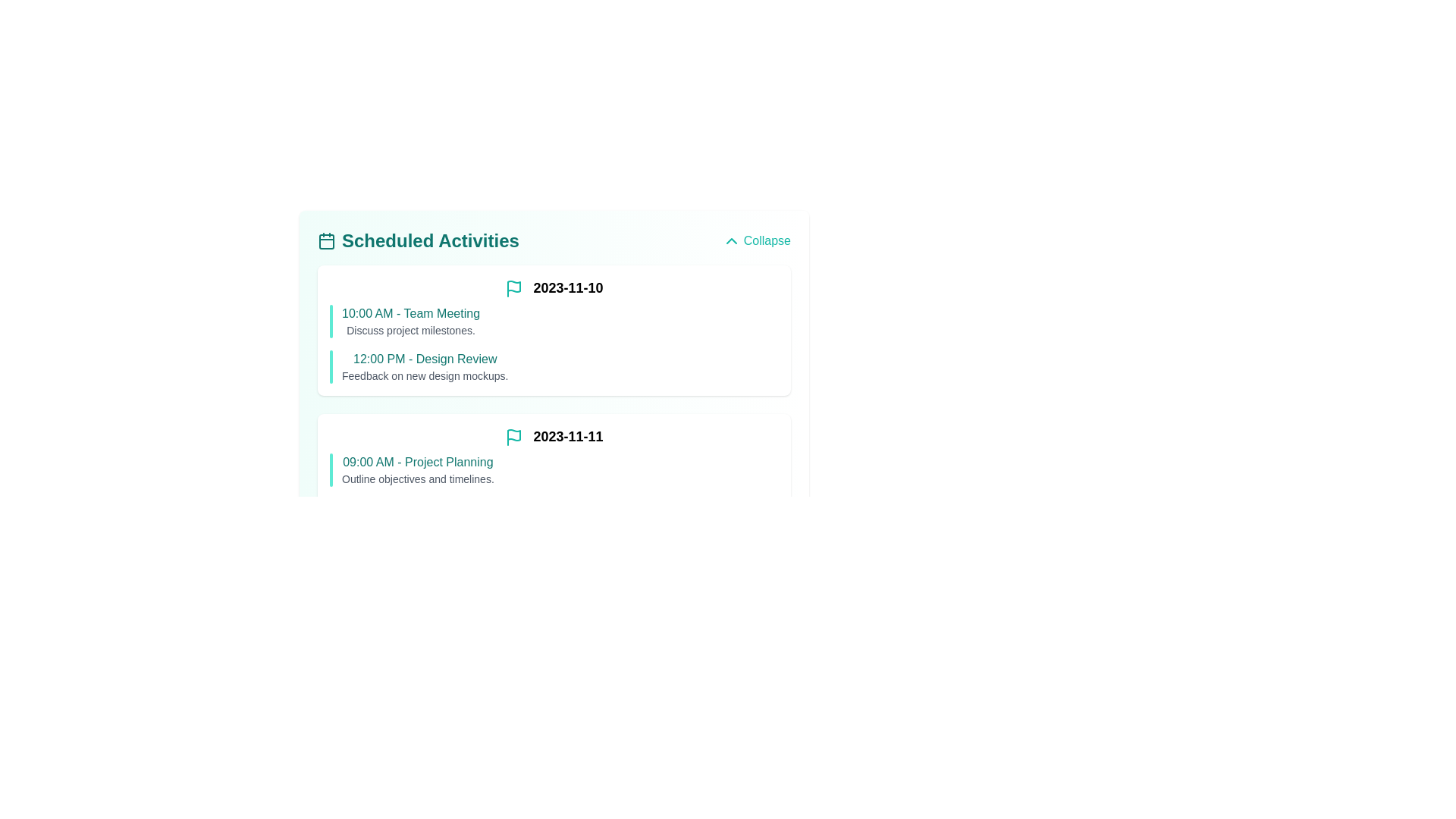 Image resolution: width=1456 pixels, height=819 pixels. I want to click on displayed content of the Textual Information Block showing '10:00 AM - Team Meeting' and 'Discuss project milestones.', so click(411, 321).